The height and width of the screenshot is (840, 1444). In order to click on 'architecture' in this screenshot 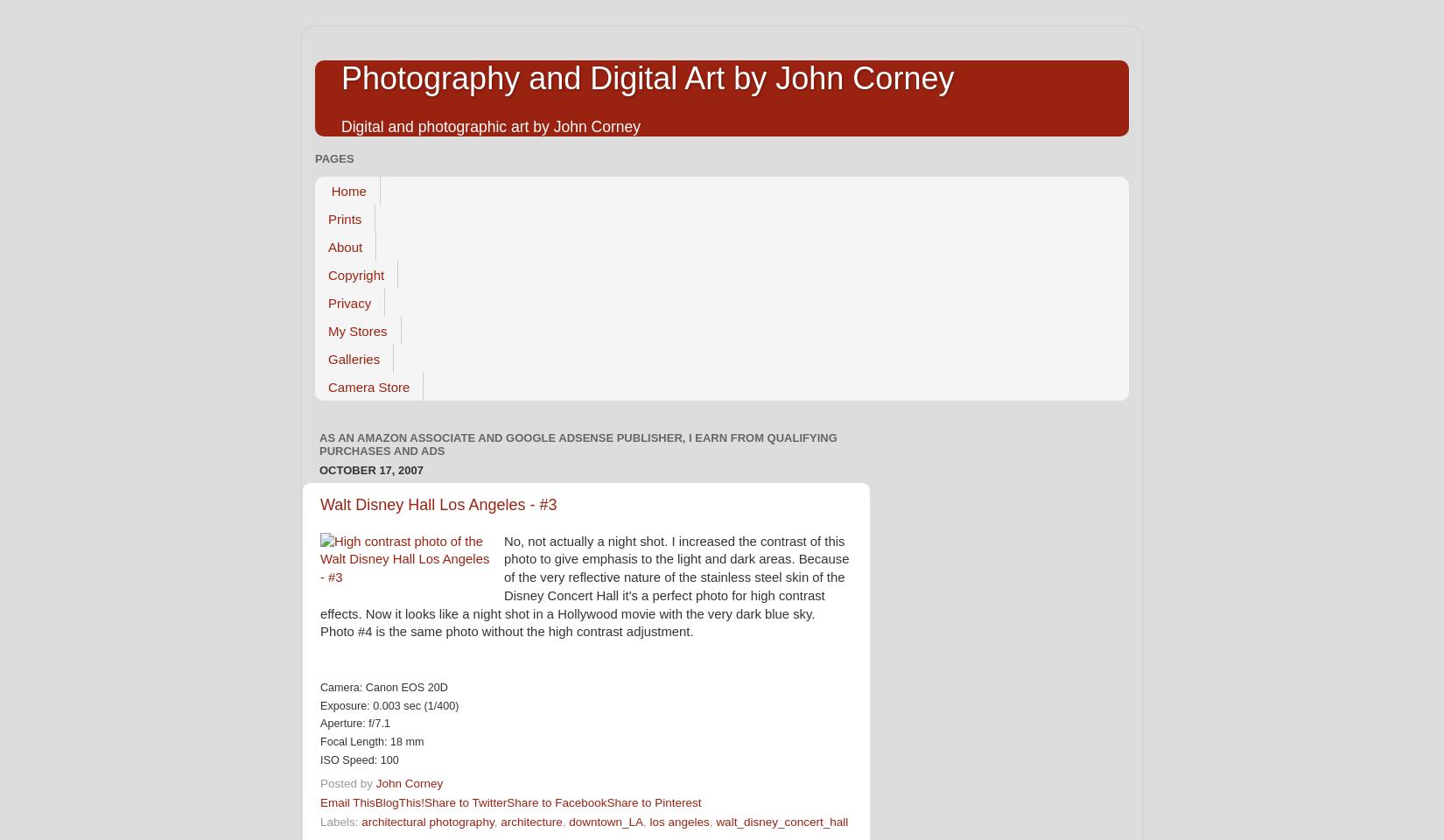, I will do `click(530, 821)`.